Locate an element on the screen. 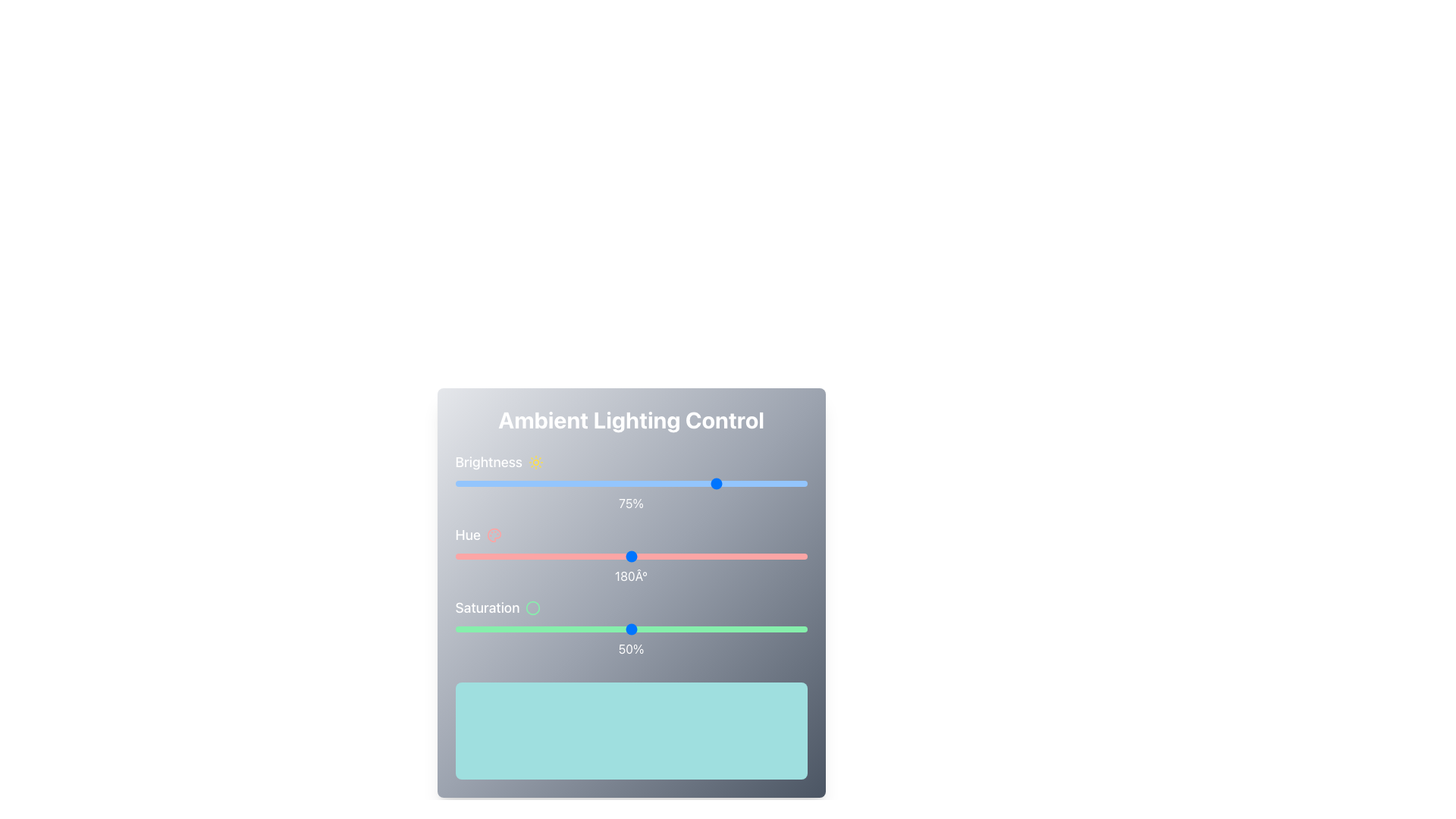 The image size is (1456, 819). hue is located at coordinates (675, 556).